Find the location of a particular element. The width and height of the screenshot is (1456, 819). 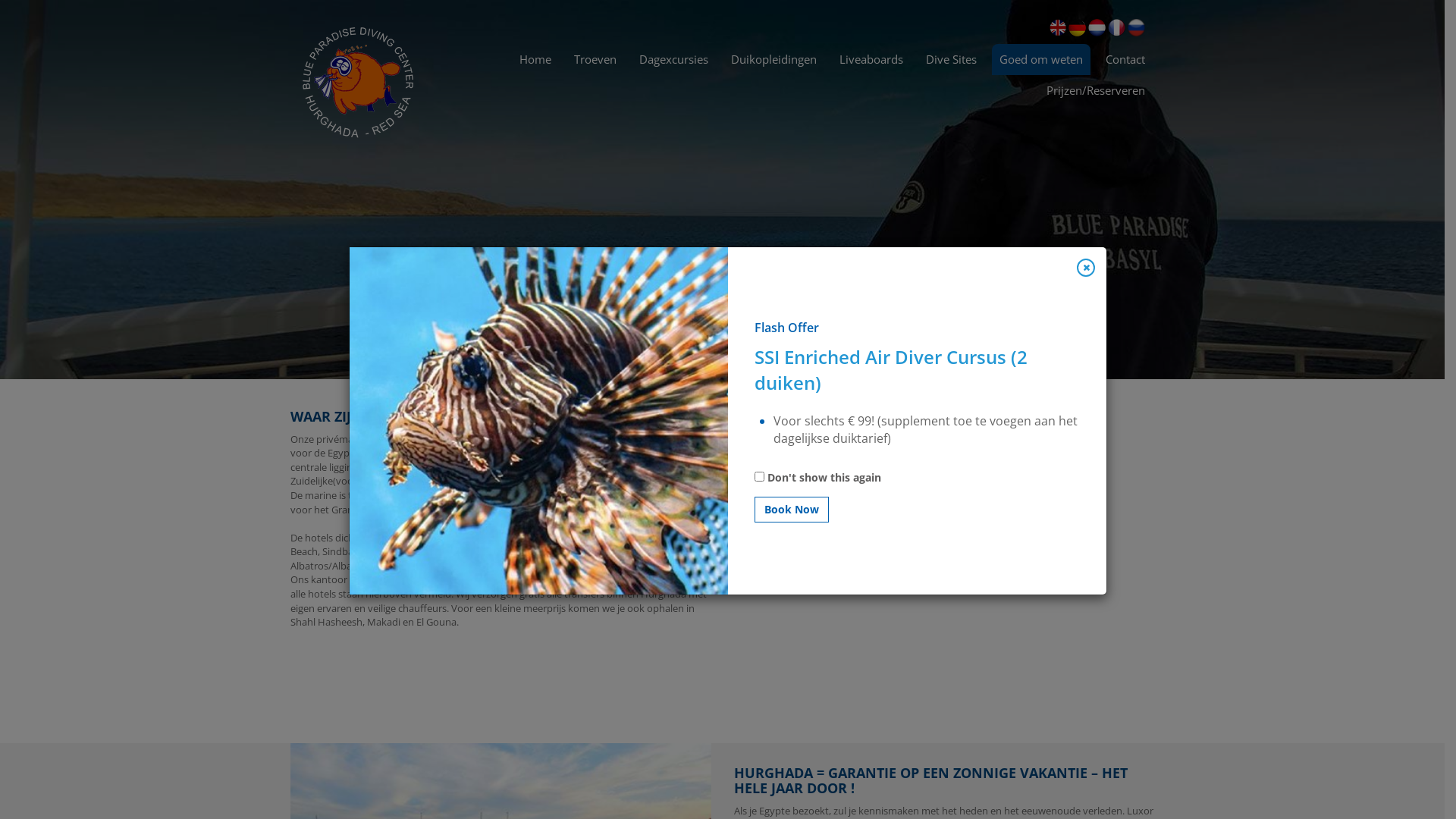

'Goed om weten' is located at coordinates (1040, 58).